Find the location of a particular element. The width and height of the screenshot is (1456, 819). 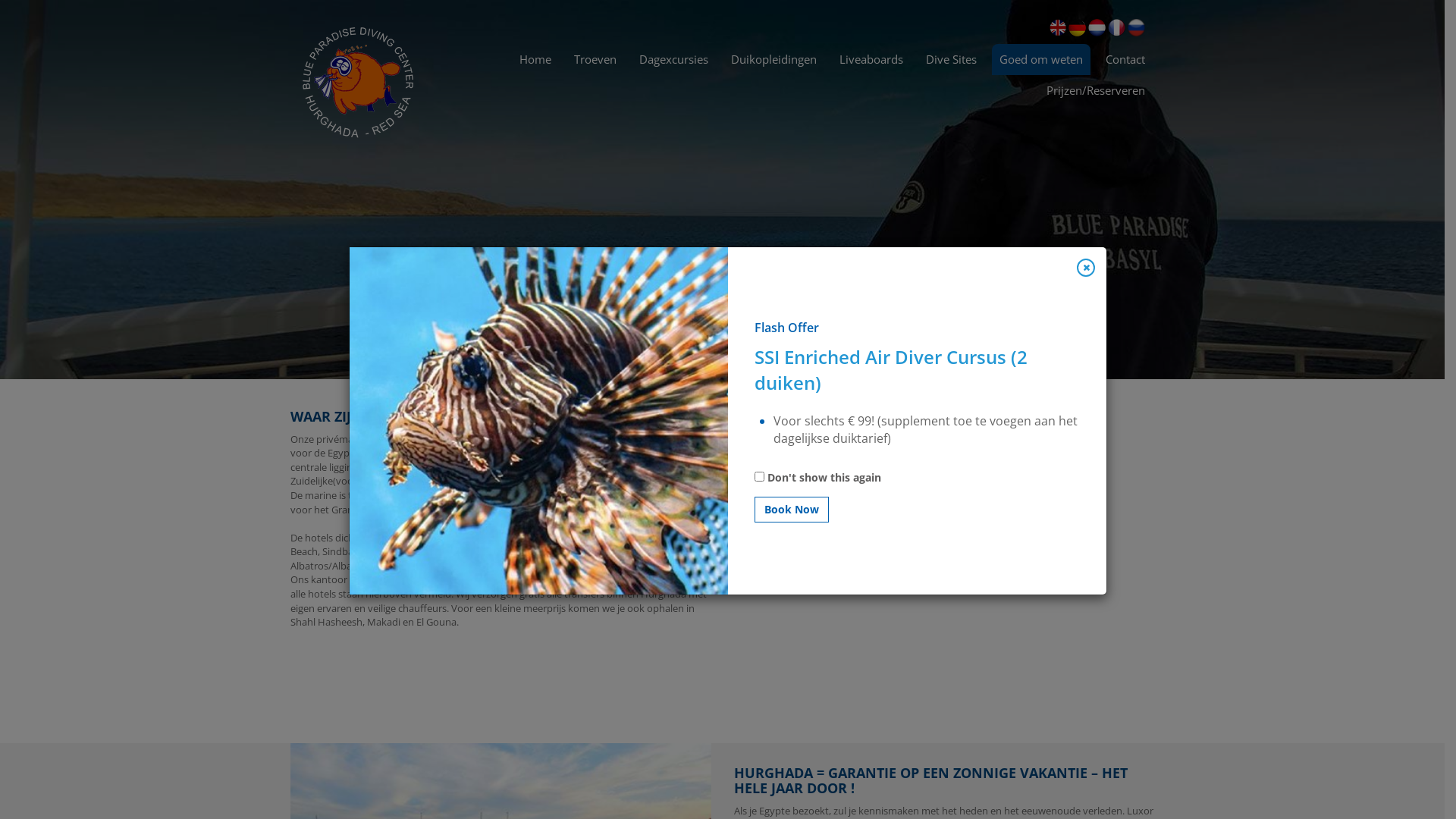

'Goed om weten' is located at coordinates (1040, 58).